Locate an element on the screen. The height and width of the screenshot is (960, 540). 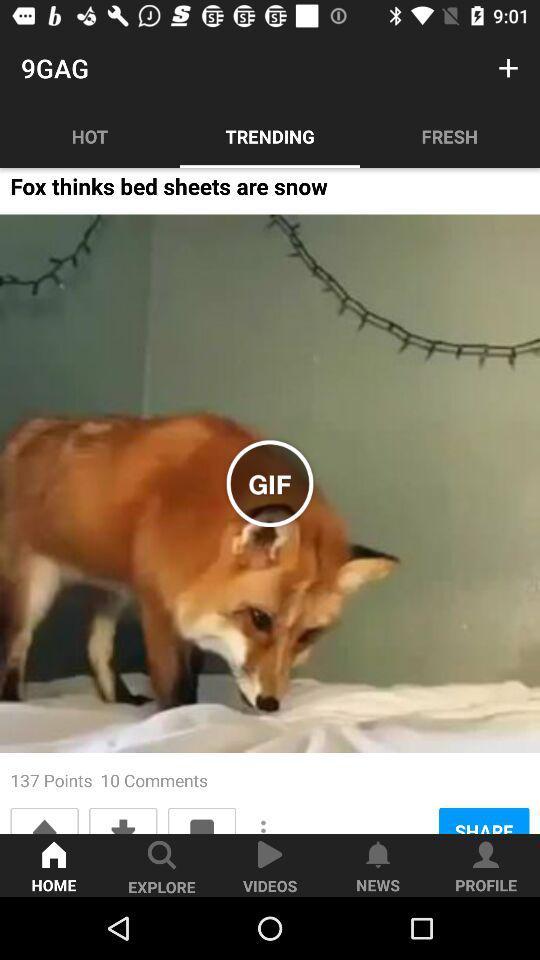
item below the 137 points 	10 icon is located at coordinates (44, 820).